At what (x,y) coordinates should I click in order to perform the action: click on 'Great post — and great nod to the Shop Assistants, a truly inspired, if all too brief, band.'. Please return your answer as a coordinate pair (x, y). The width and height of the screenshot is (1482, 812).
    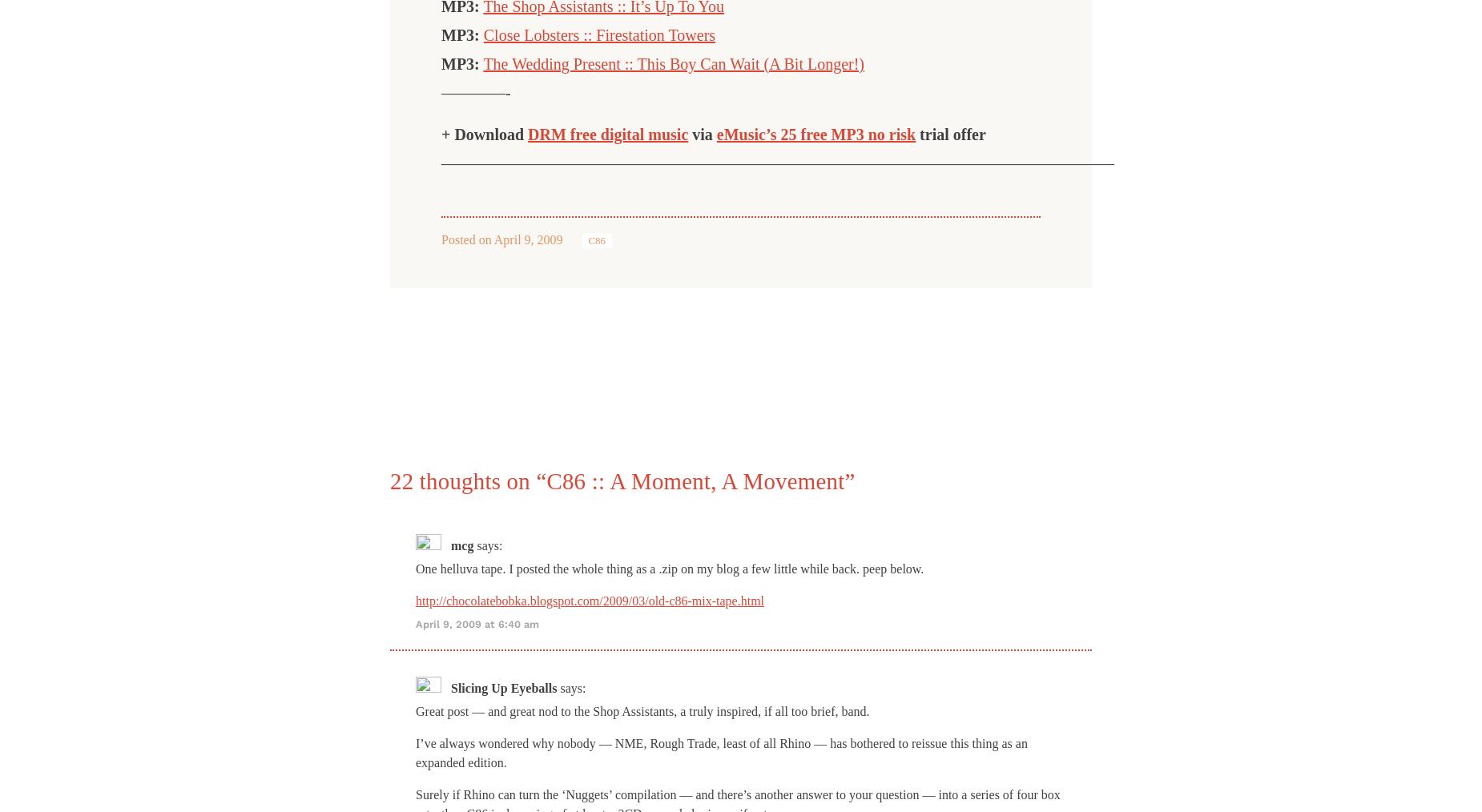
    Looking at the image, I should click on (642, 709).